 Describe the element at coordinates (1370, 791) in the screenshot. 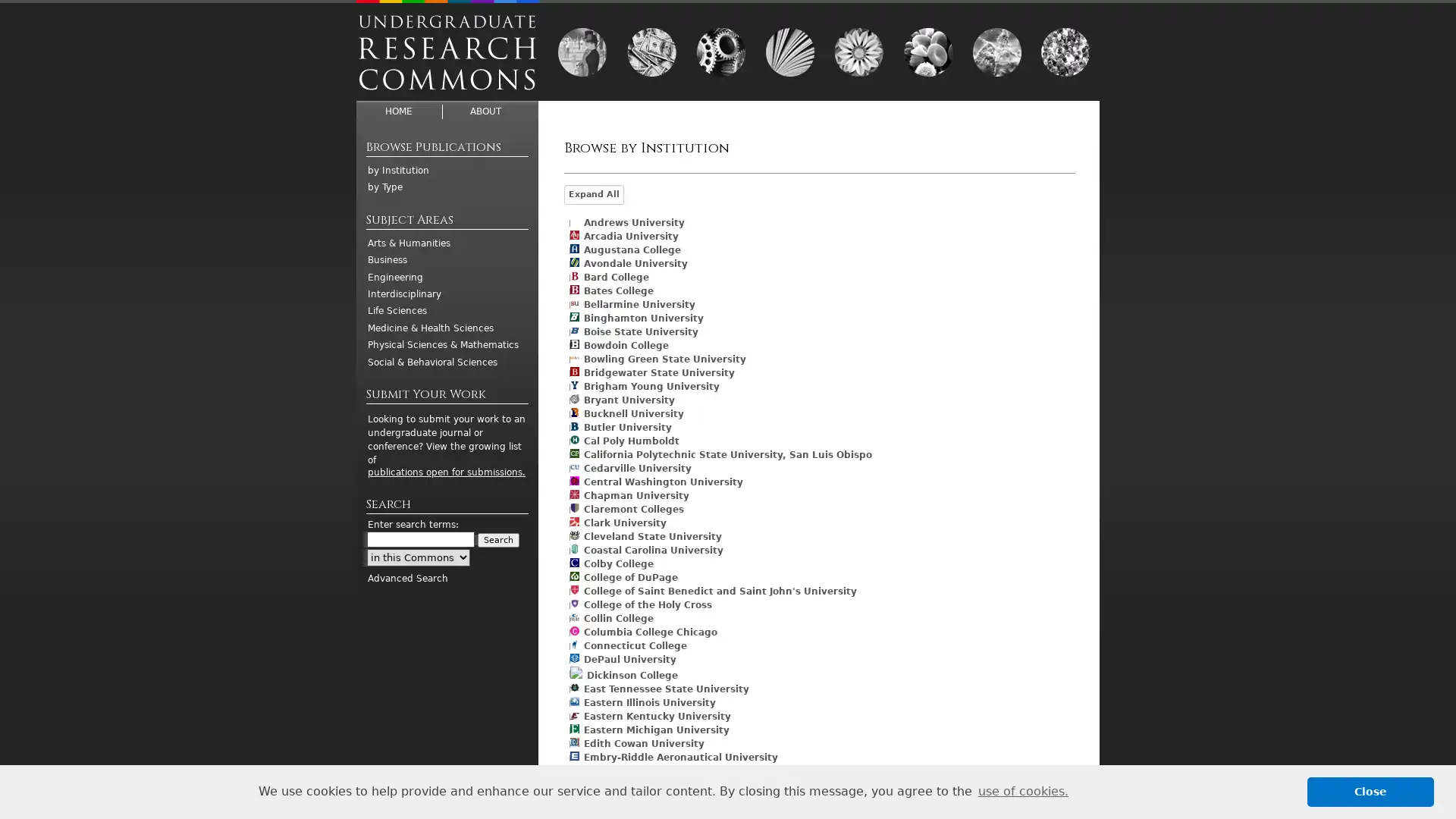

I see `dismiss cookie message` at that location.